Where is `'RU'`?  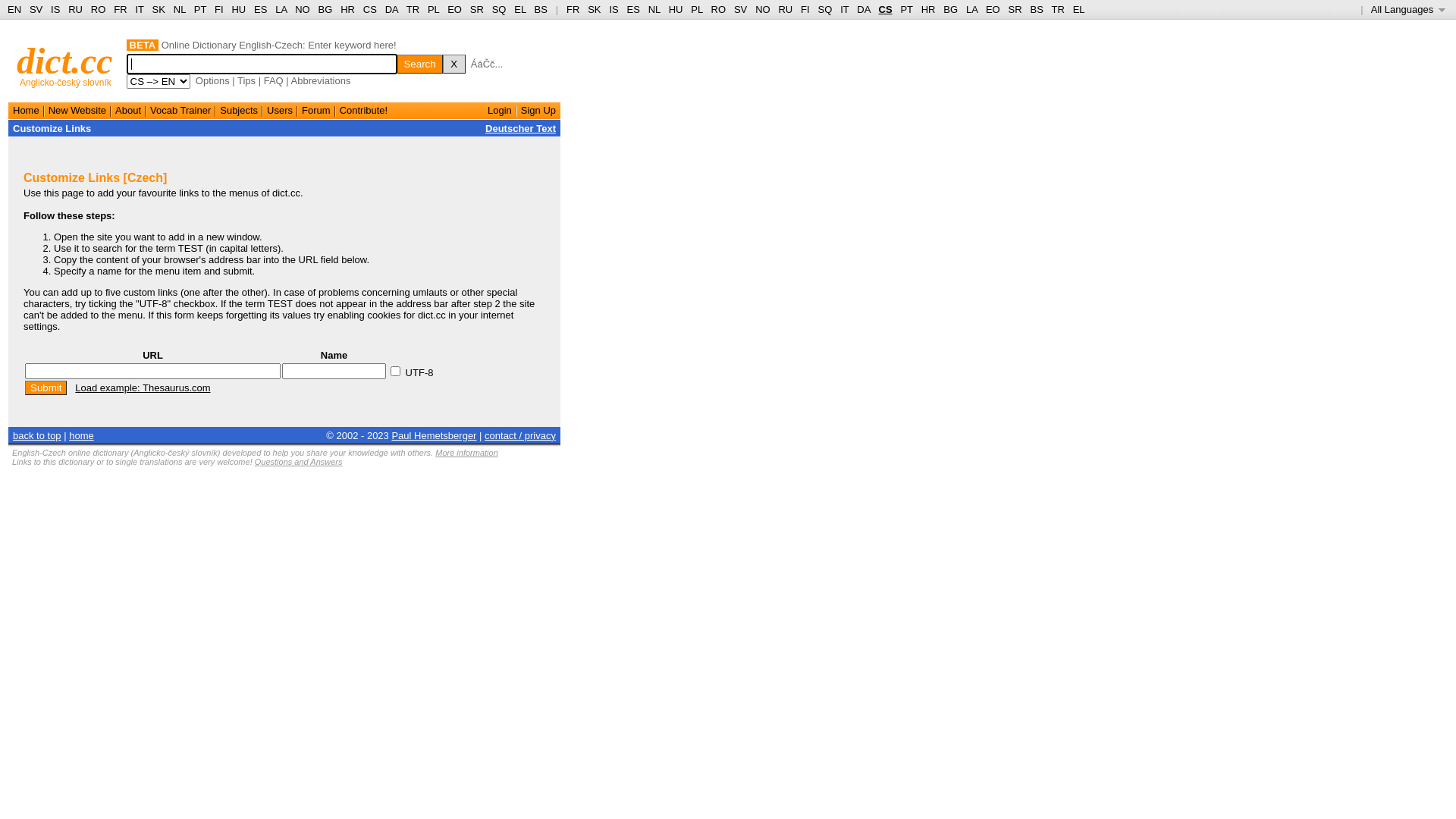
'RU' is located at coordinates (778, 9).